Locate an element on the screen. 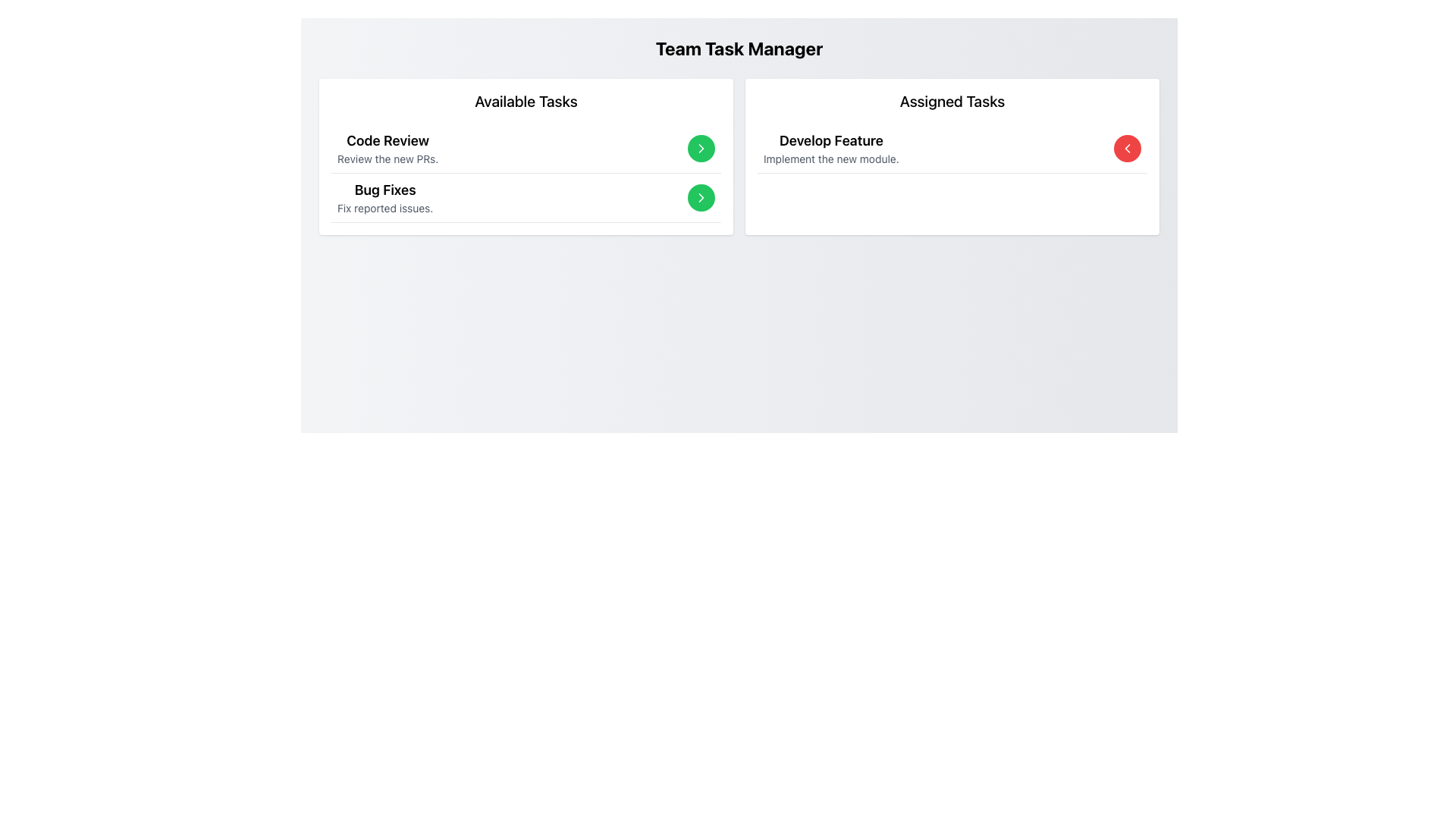  the 'Bug Fixes' text content block in the 'Available Tasks' column of the 'Team Task Manager' interface is located at coordinates (385, 197).